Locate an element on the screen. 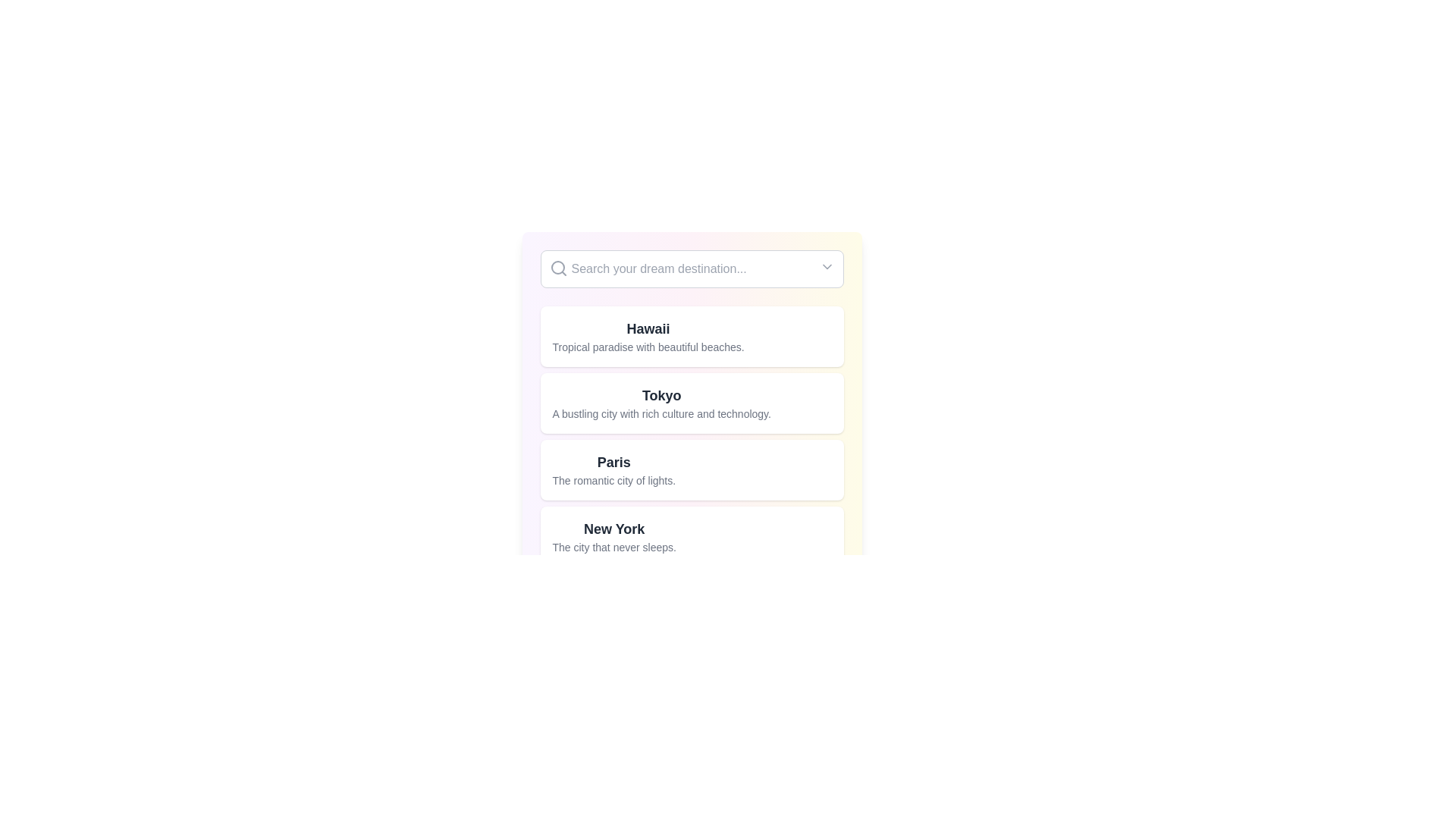 The height and width of the screenshot is (819, 1456). the small downward-pointing chevron icon located at the top-right corner of the search bar to trigger hover effects is located at coordinates (826, 265).